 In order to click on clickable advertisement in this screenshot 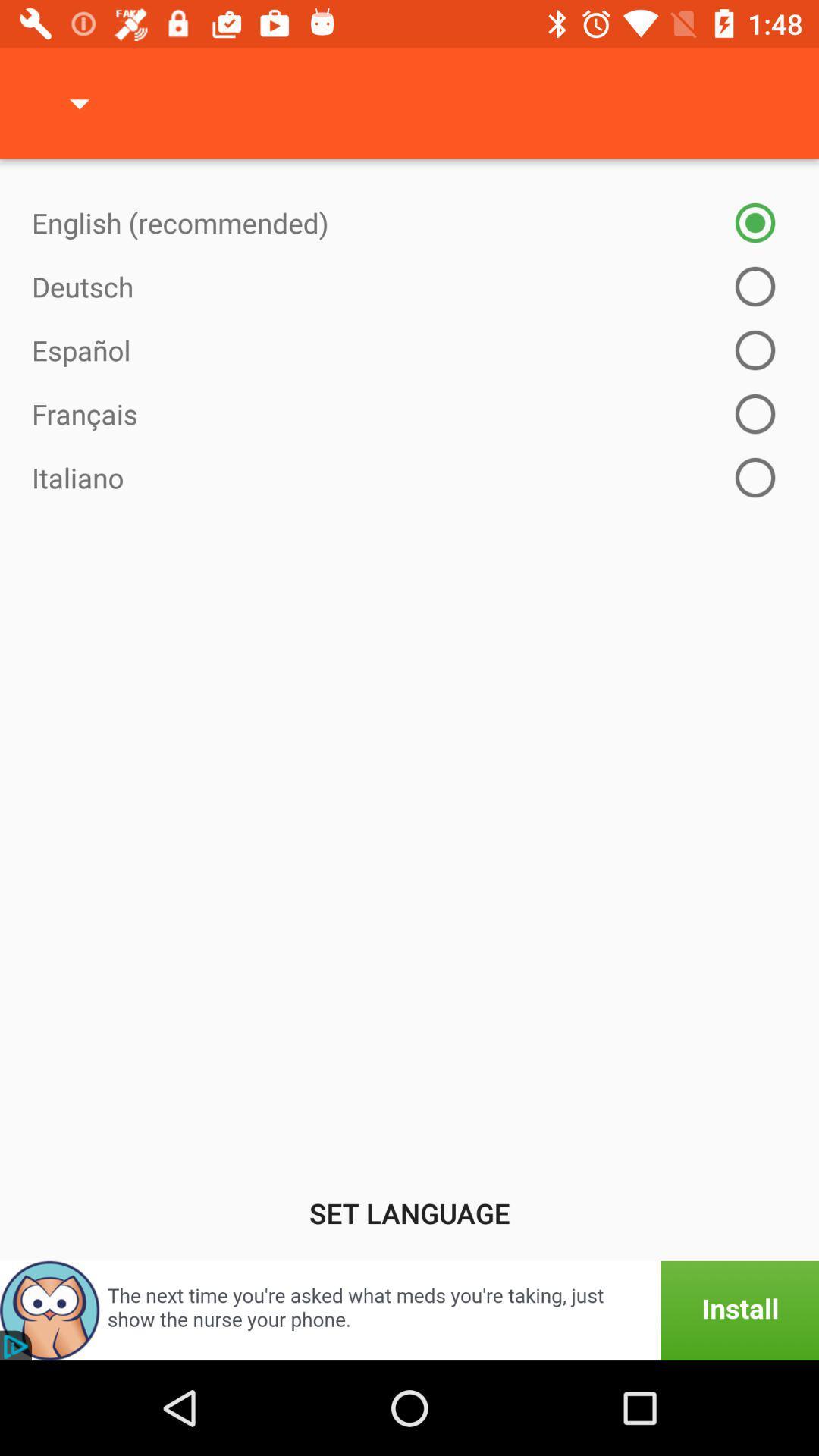, I will do `click(409, 1310)`.